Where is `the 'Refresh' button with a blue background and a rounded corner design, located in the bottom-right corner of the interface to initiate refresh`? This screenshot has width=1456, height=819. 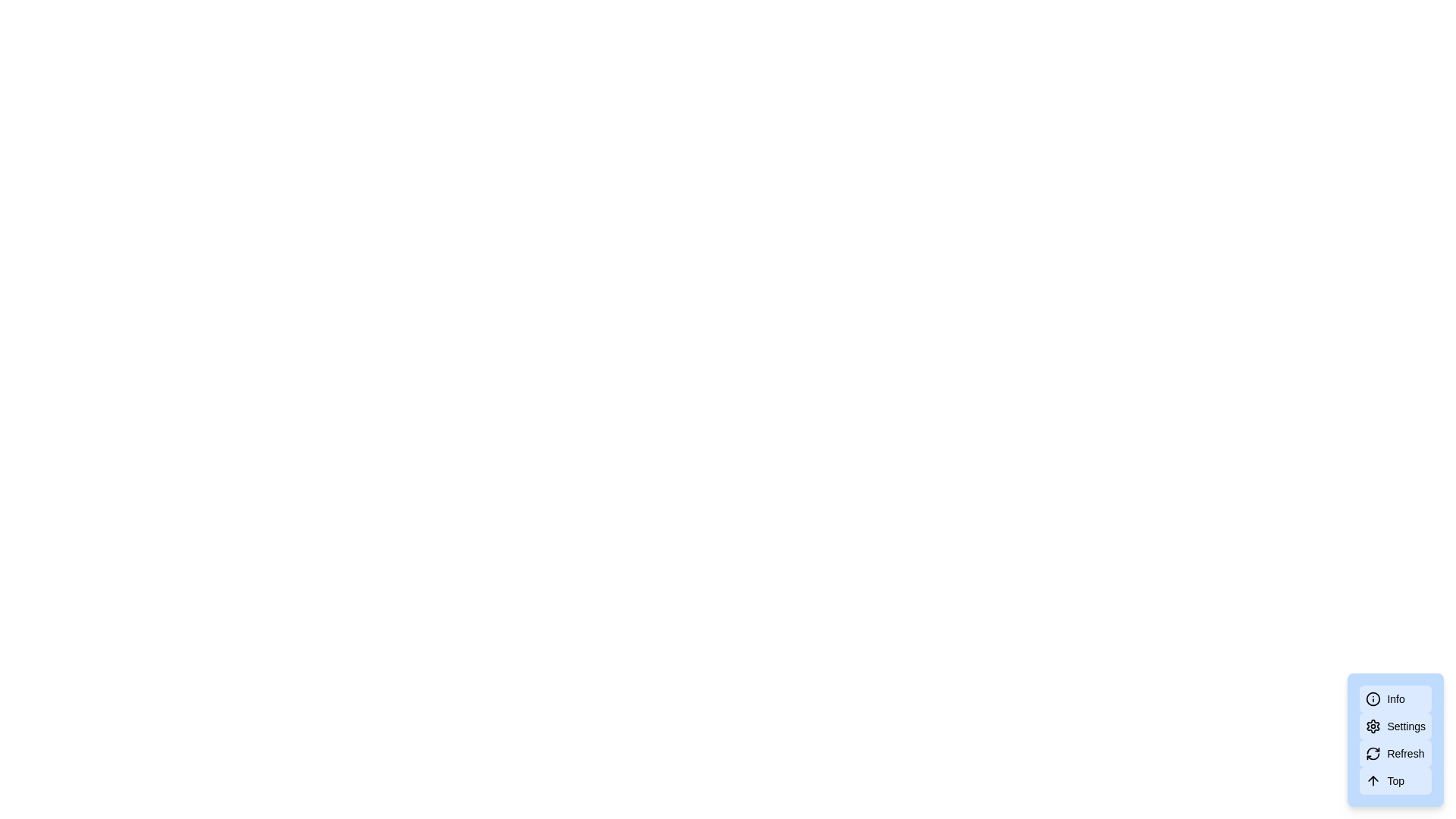 the 'Refresh' button with a blue background and a rounded corner design, located in the bottom-right corner of the interface to initiate refresh is located at coordinates (1395, 739).